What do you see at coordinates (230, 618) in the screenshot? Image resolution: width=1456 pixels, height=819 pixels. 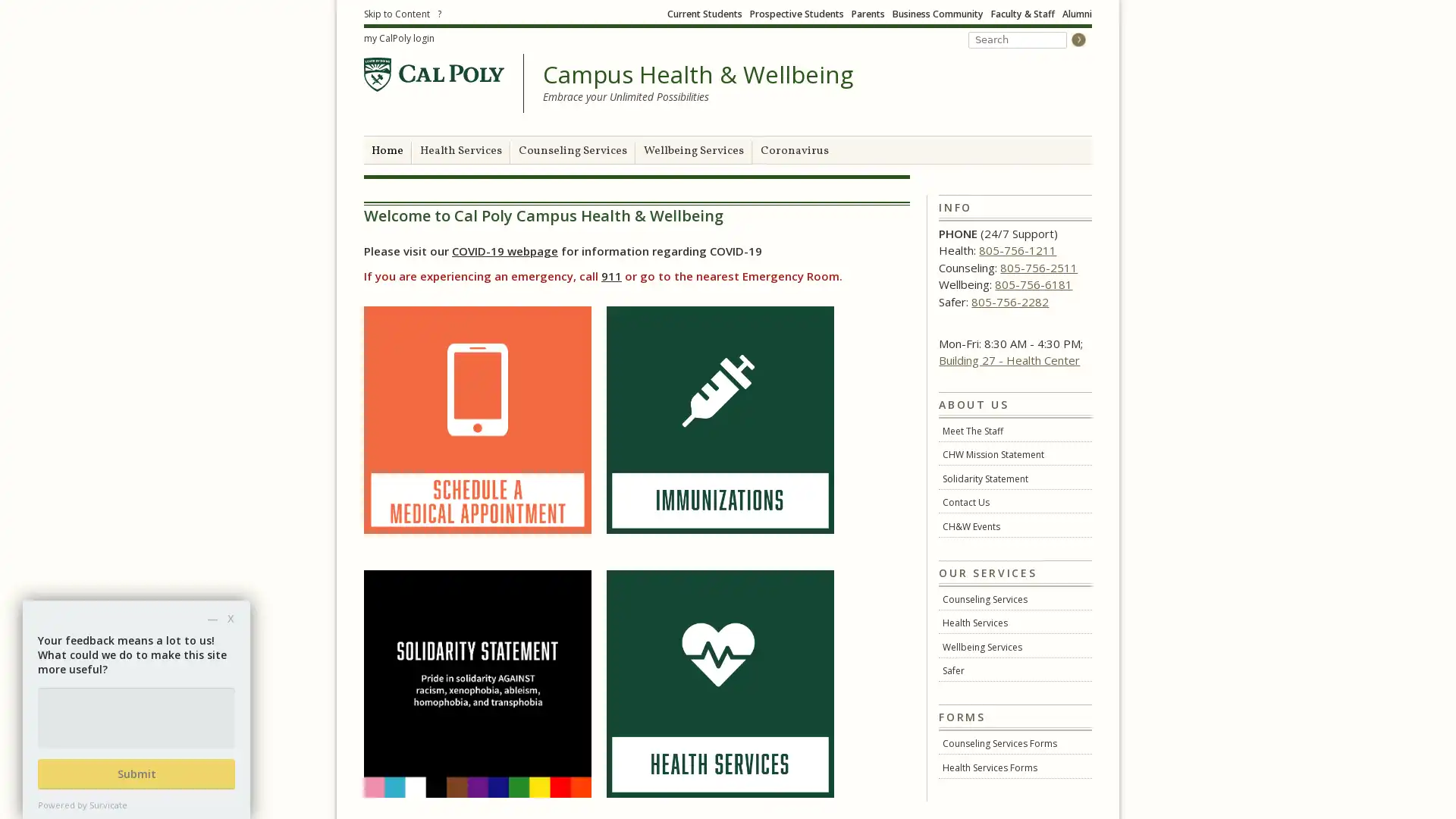 I see `close` at bounding box center [230, 618].